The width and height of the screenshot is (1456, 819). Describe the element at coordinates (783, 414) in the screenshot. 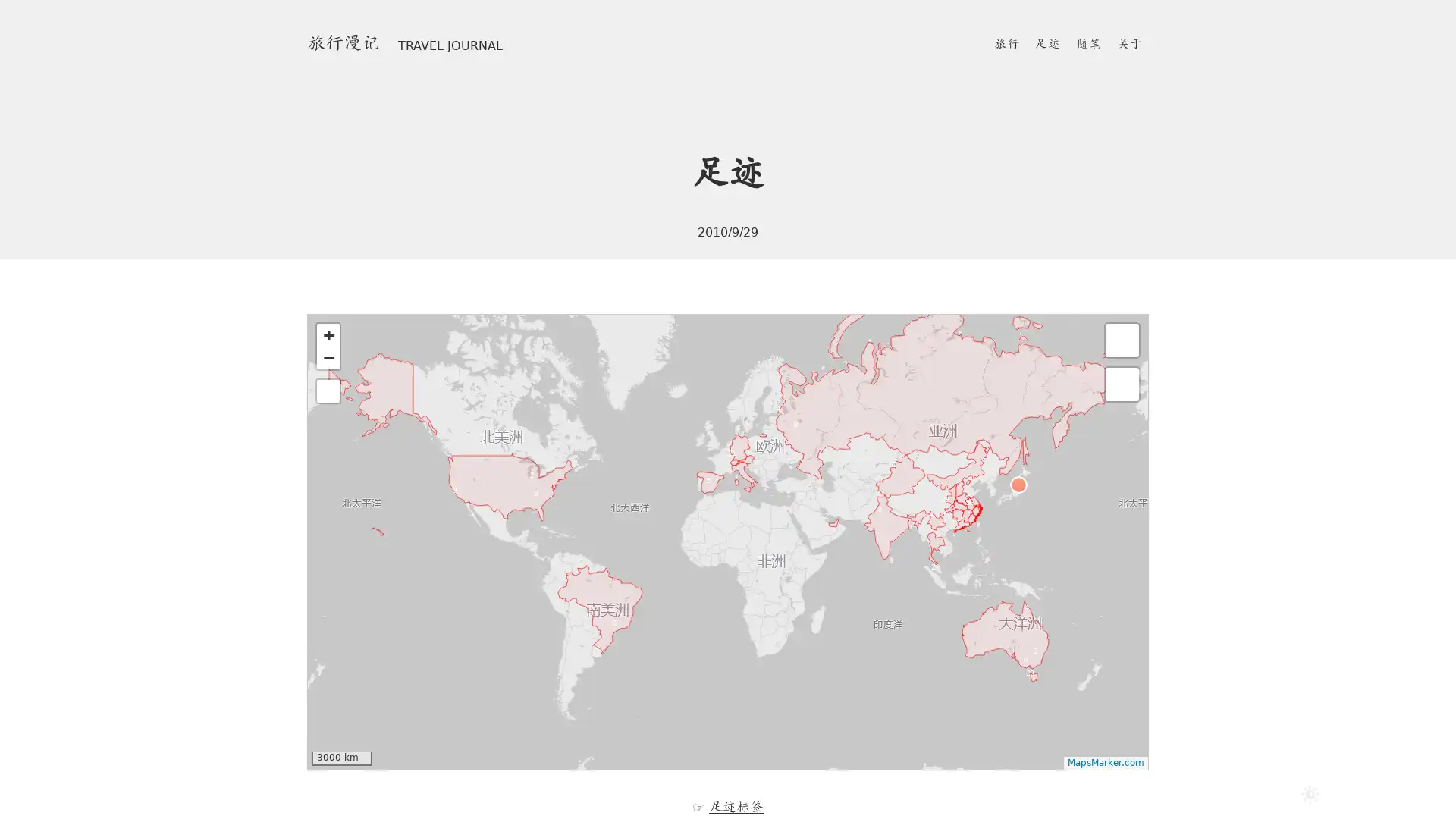

I see `4` at that location.